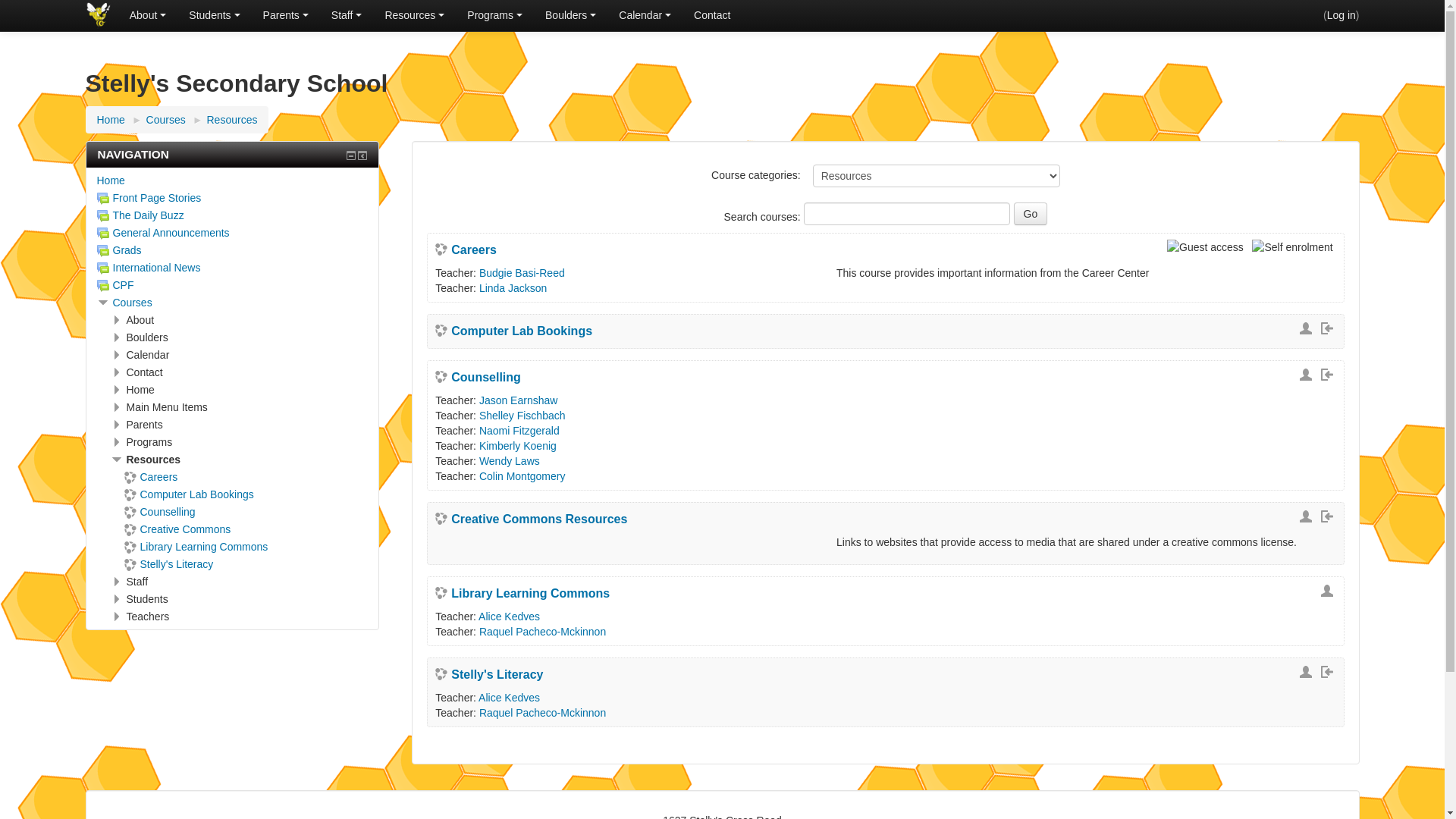  Describe the element at coordinates (149, 267) in the screenshot. I see `'International News'` at that location.